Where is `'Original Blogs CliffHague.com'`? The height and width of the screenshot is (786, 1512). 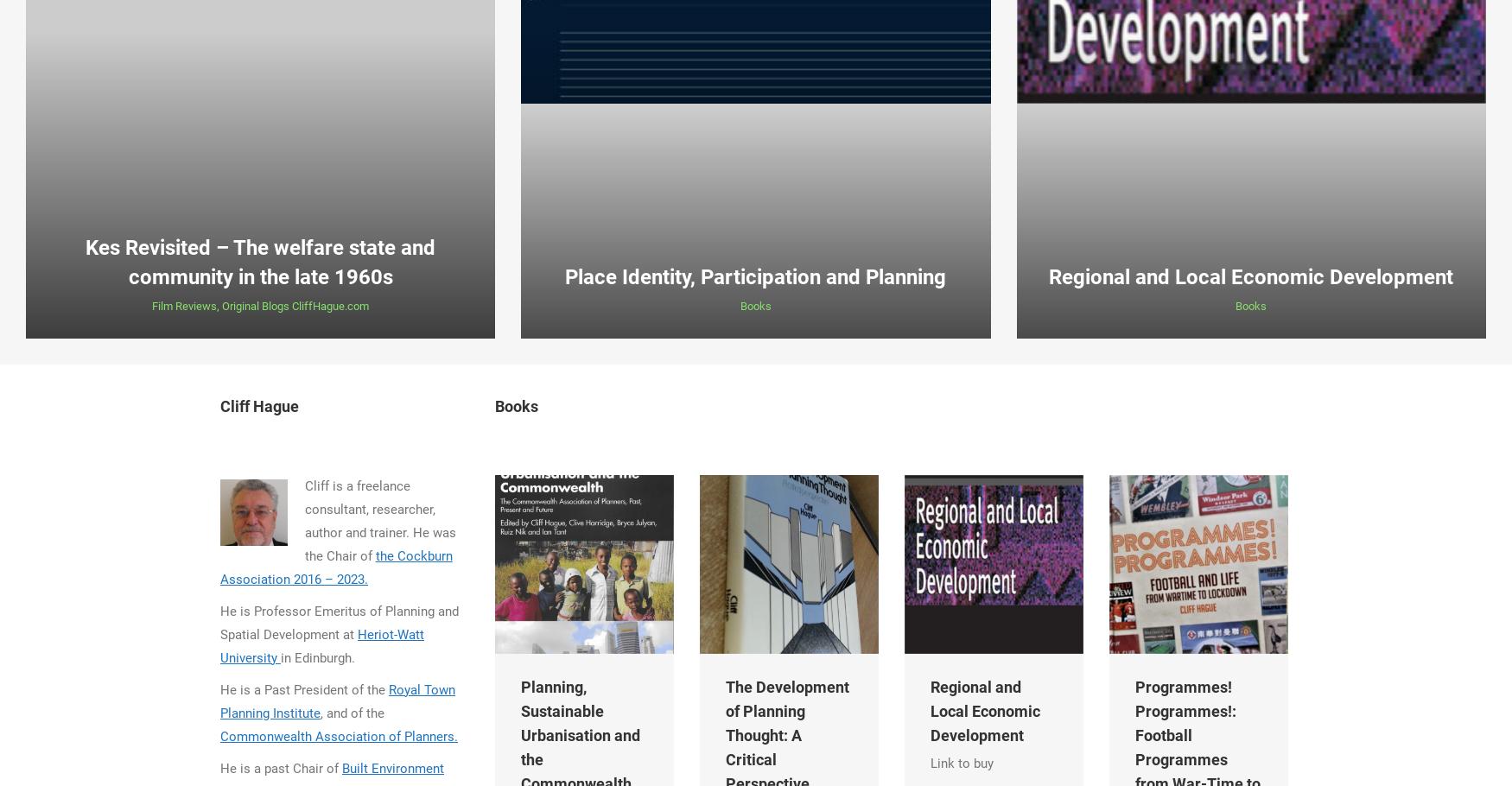
'Original Blogs CliffHague.com' is located at coordinates (295, 304).